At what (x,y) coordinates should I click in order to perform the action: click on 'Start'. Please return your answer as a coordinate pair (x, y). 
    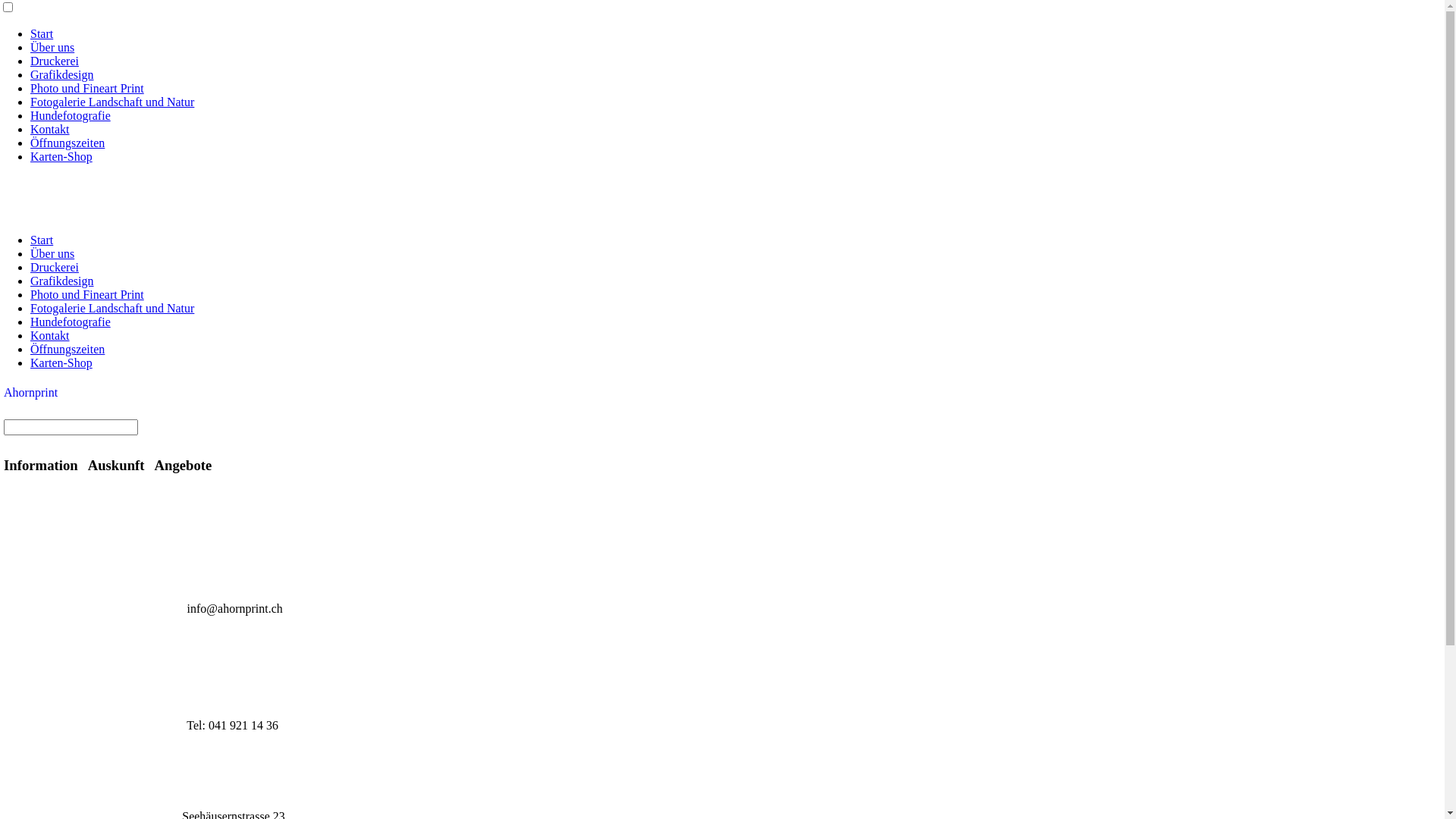
    Looking at the image, I should click on (41, 33).